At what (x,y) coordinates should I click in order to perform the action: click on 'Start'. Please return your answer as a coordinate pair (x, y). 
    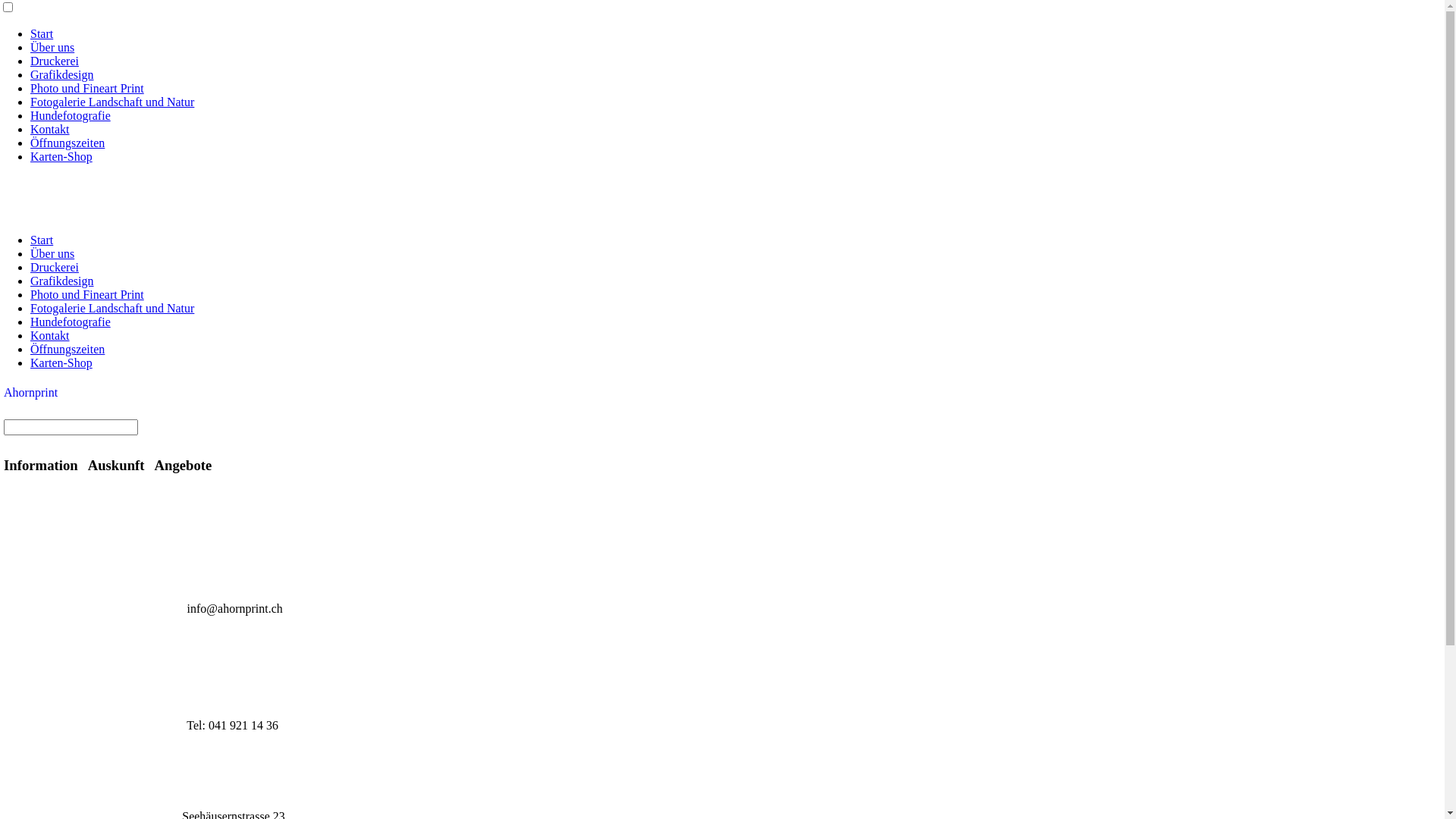
    Looking at the image, I should click on (41, 33).